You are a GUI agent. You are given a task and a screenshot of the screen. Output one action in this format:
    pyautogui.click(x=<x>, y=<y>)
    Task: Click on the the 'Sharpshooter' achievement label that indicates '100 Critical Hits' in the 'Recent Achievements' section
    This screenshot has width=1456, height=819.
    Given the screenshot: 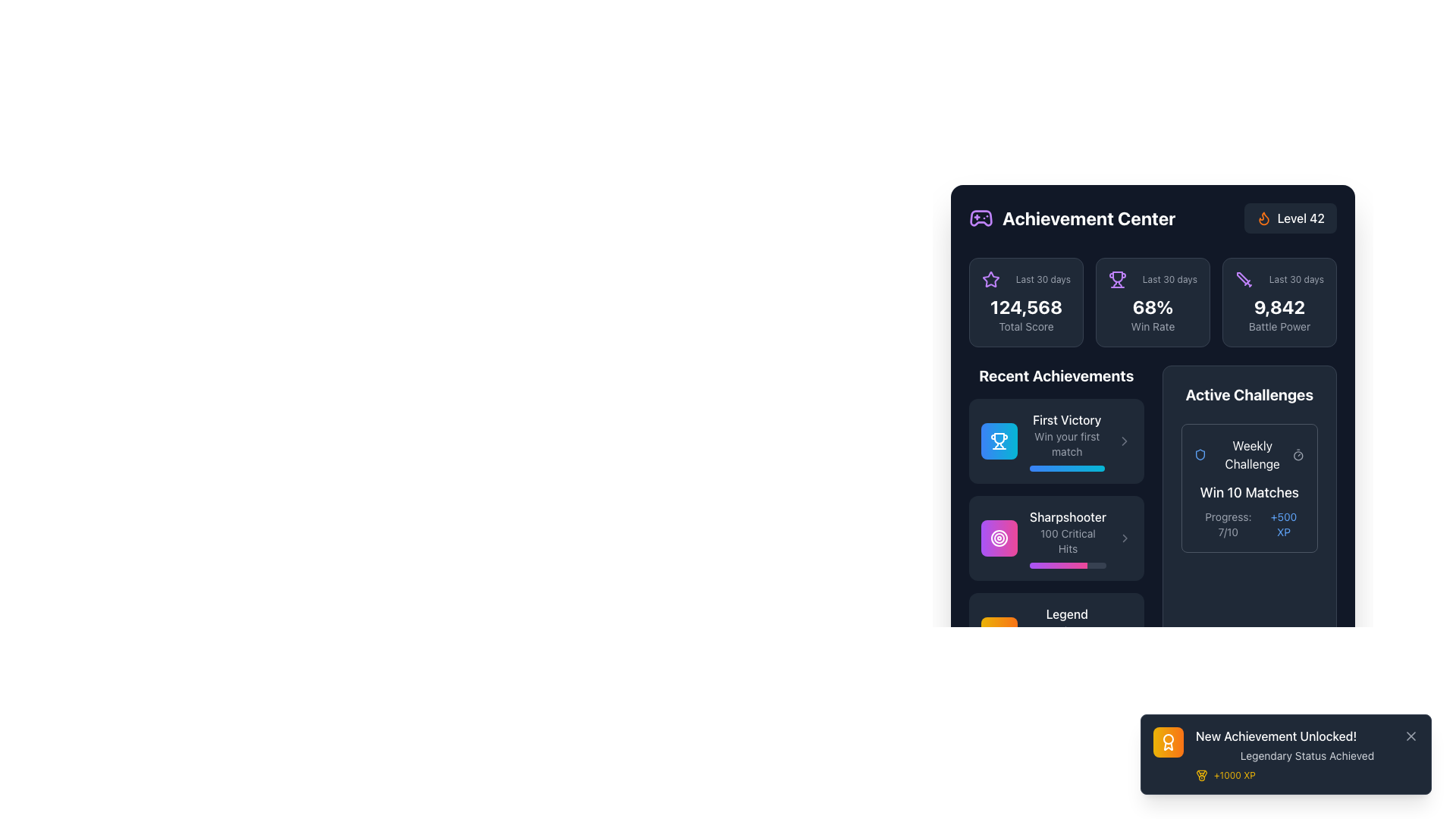 What is the action you would take?
    pyautogui.click(x=1067, y=537)
    